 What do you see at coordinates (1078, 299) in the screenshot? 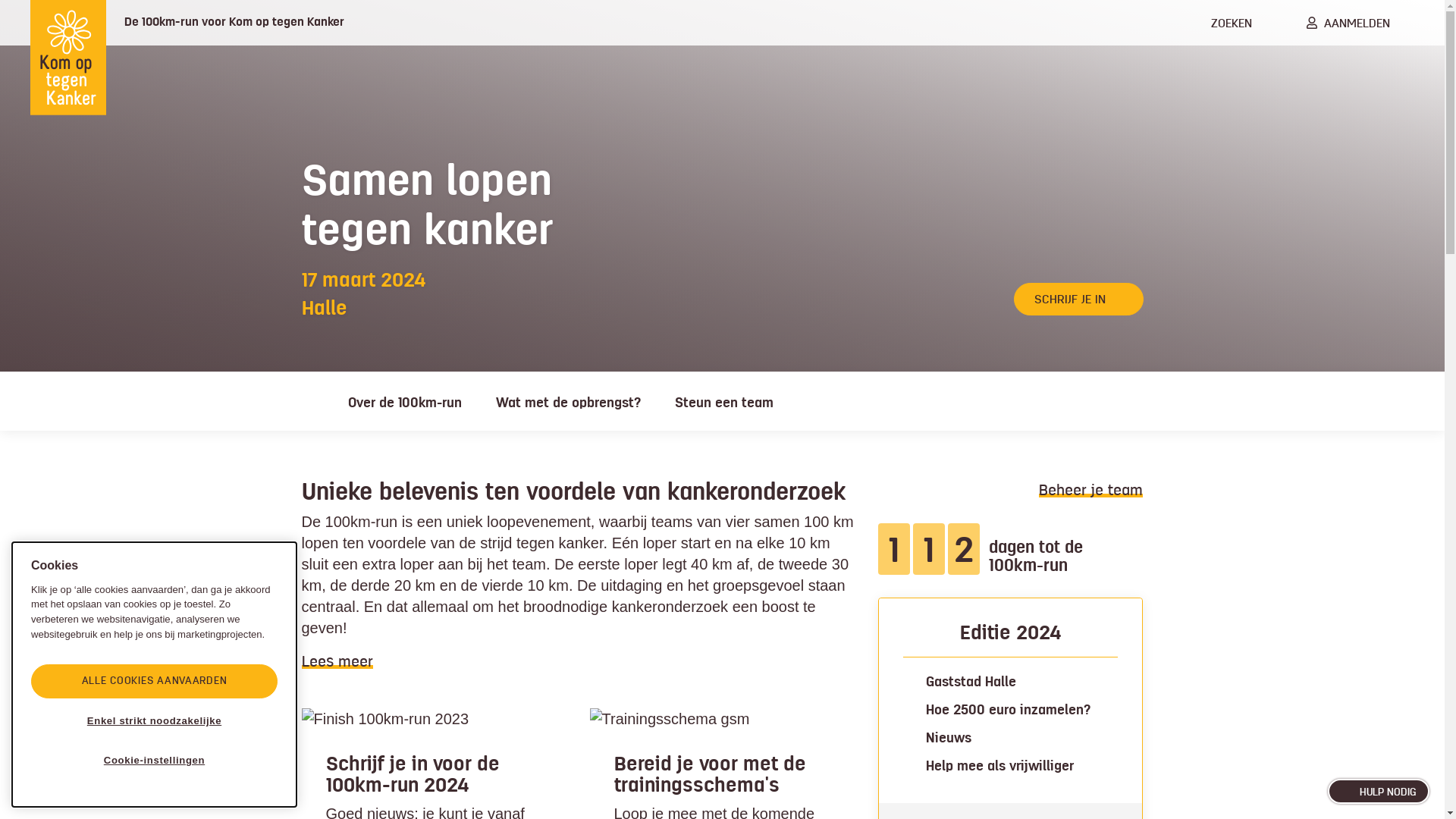
I see `'SCHRIJF JE IN'` at bounding box center [1078, 299].